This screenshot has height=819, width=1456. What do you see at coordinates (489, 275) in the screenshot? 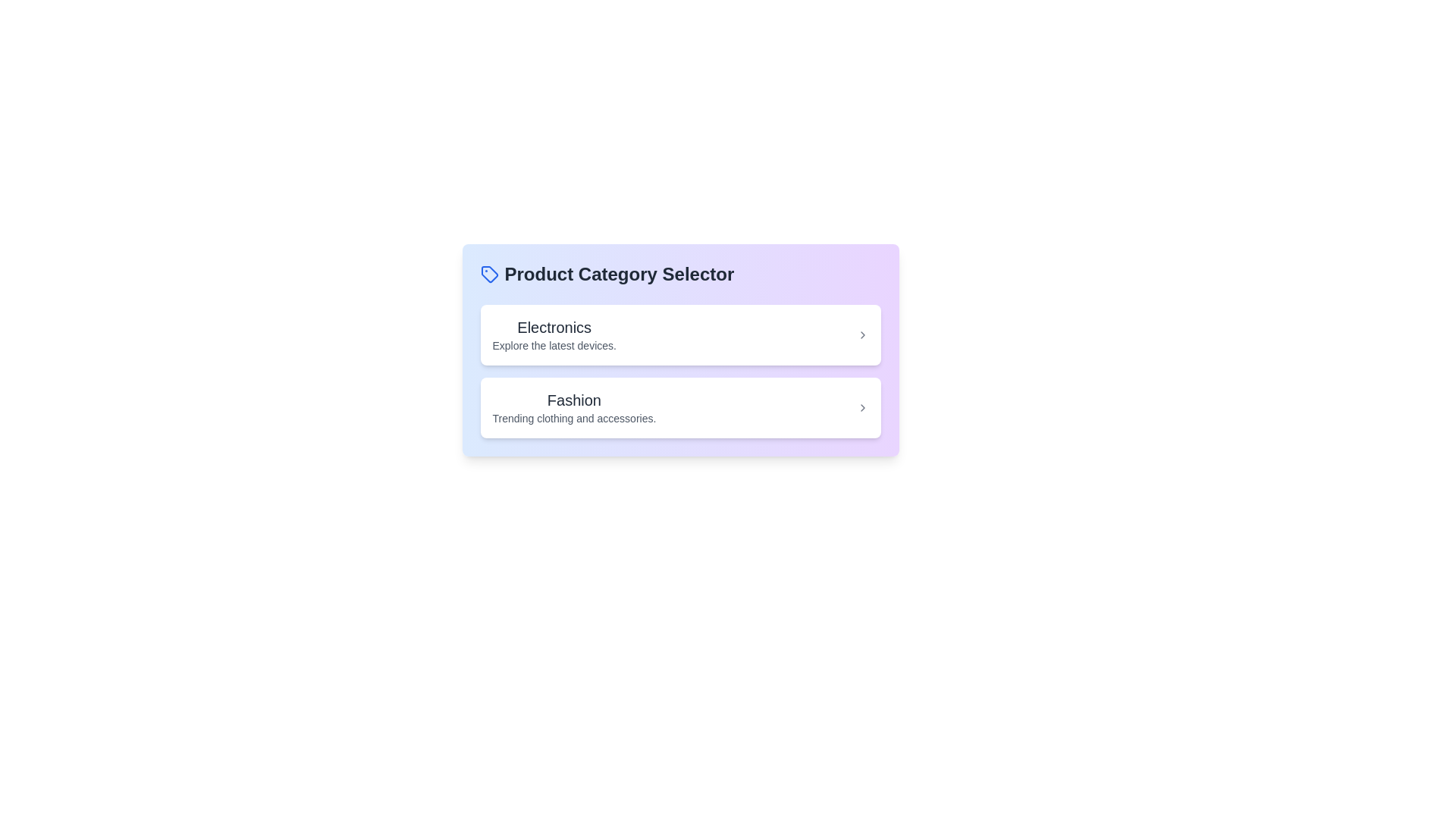
I see `the decorative icon located in the top-left section of the interface, to the left of the 'Product Category Selector' title` at bounding box center [489, 275].